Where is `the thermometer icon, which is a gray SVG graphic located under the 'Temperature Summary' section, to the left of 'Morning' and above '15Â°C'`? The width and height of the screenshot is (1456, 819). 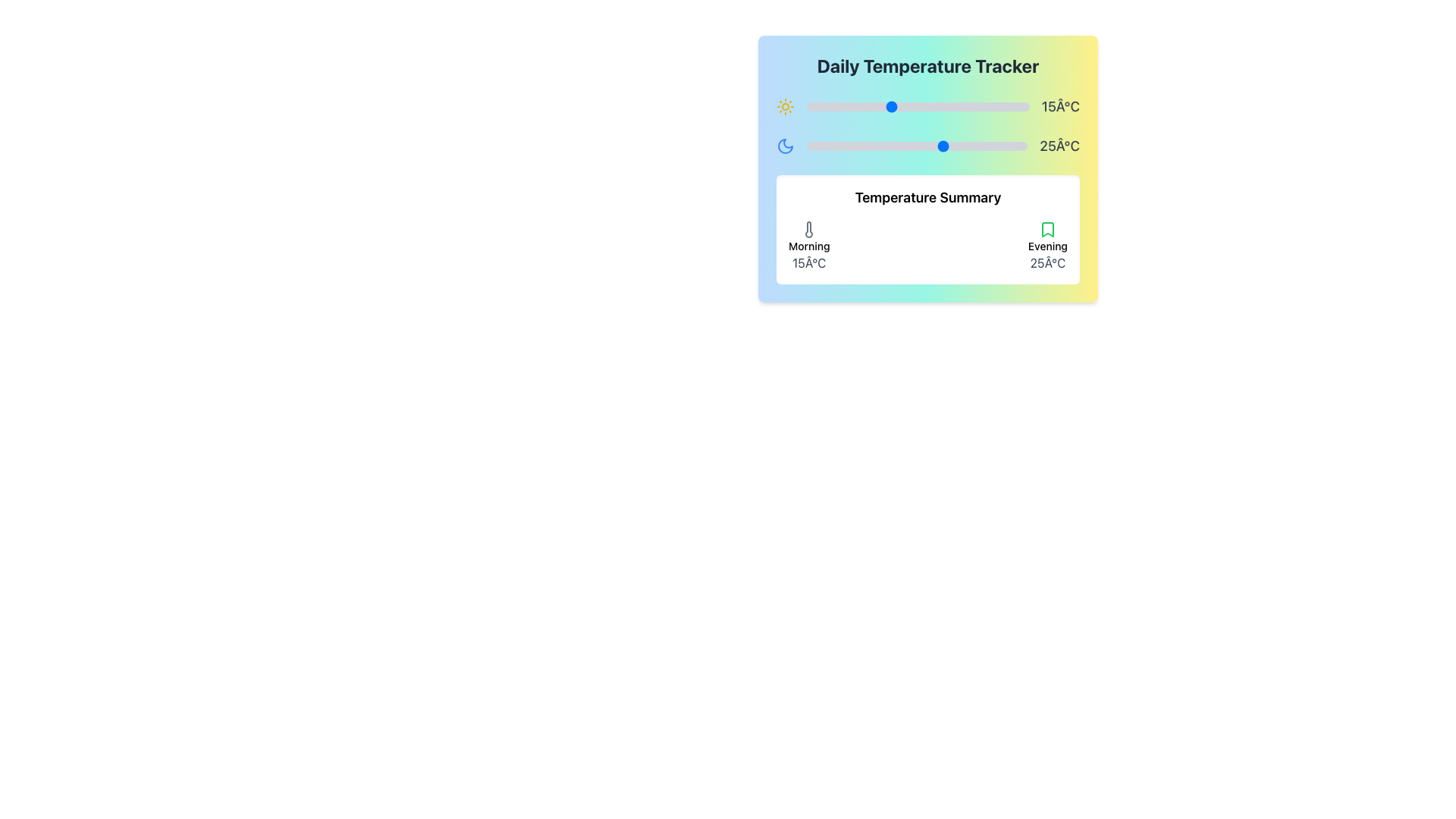 the thermometer icon, which is a gray SVG graphic located under the 'Temperature Summary' section, to the left of 'Morning' and above '15Â°C' is located at coordinates (808, 230).